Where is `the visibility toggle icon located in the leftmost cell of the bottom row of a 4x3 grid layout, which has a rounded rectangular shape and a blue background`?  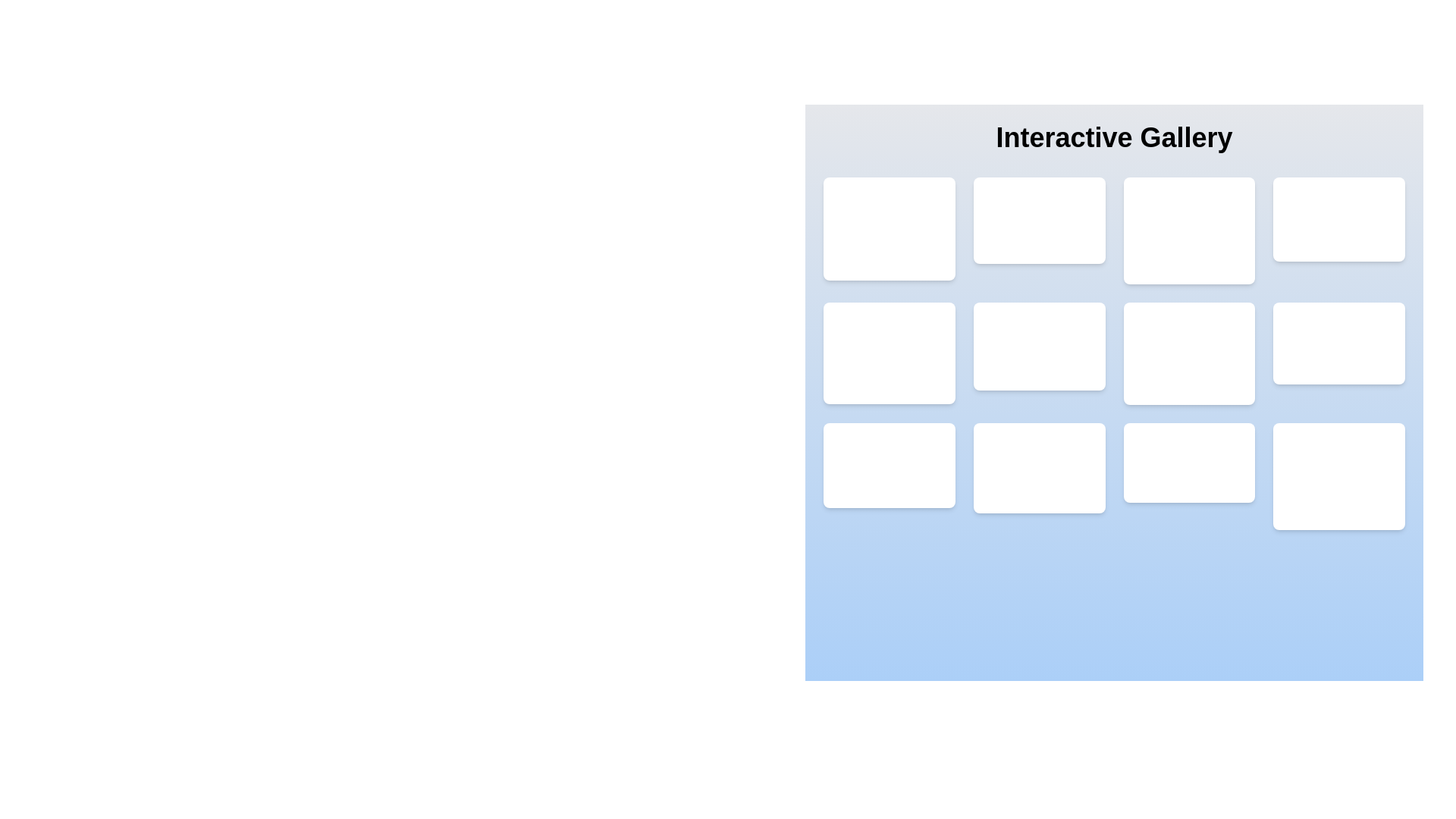 the visibility toggle icon located in the leftmost cell of the bottom row of a 4x3 grid layout, which has a rounded rectangular shape and a blue background is located at coordinates (871, 500).